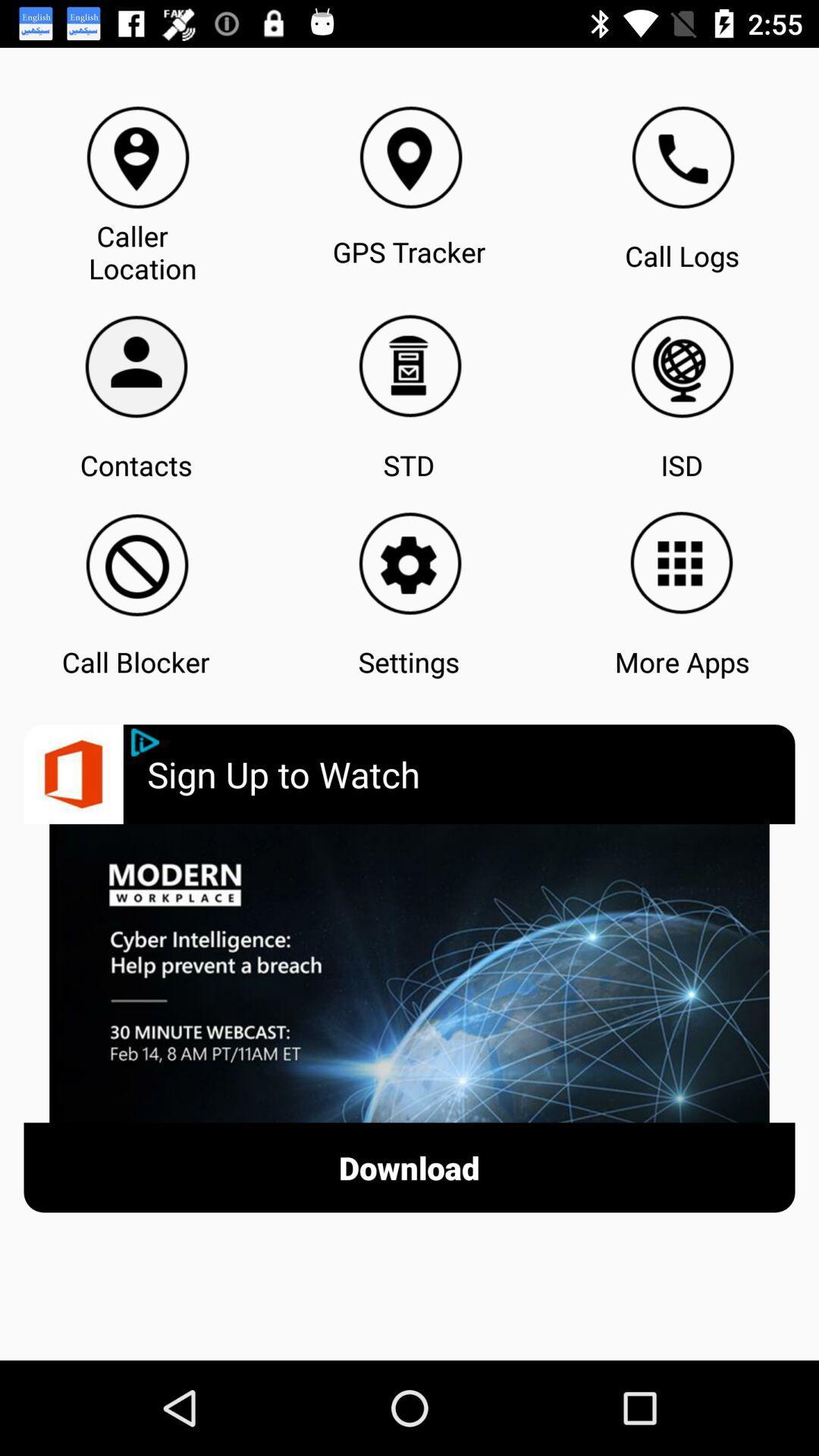 The width and height of the screenshot is (819, 1456). Describe the element at coordinates (409, 973) in the screenshot. I see `click on advertisement` at that location.